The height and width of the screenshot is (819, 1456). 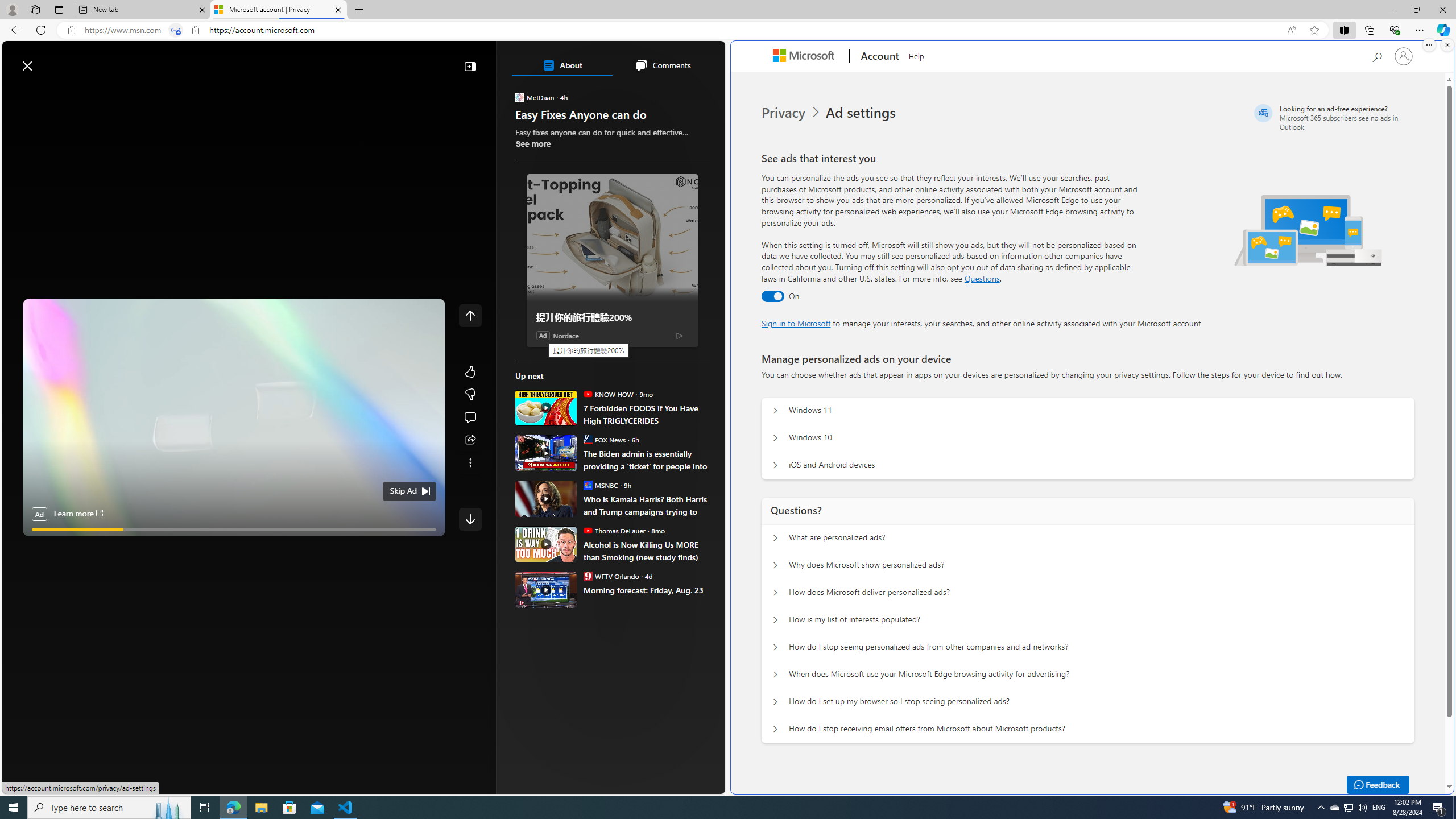 I want to click on 'Unmute', so click(x=431, y=543).